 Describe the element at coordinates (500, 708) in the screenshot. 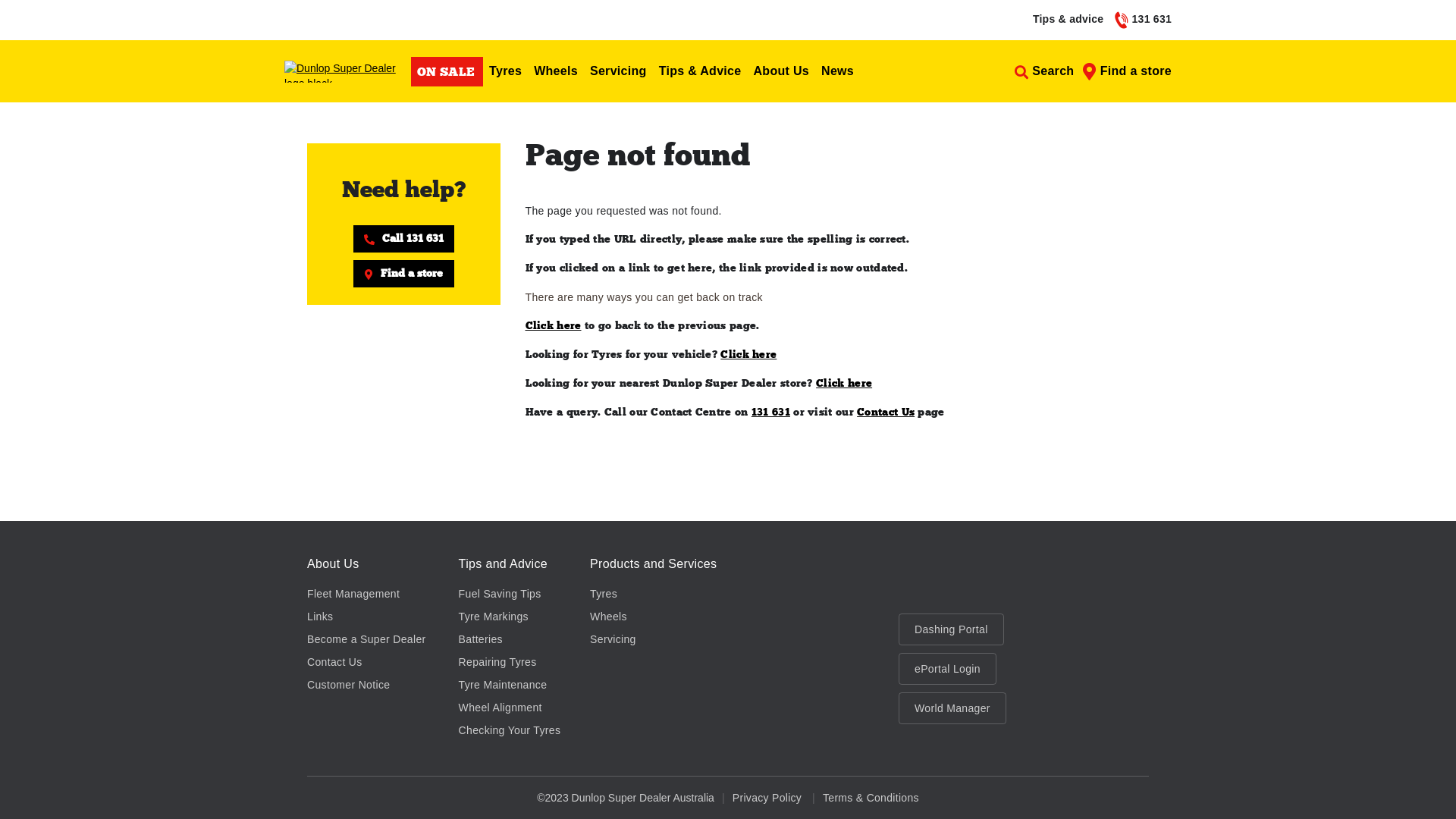

I see `'Wheel Alignment'` at that location.